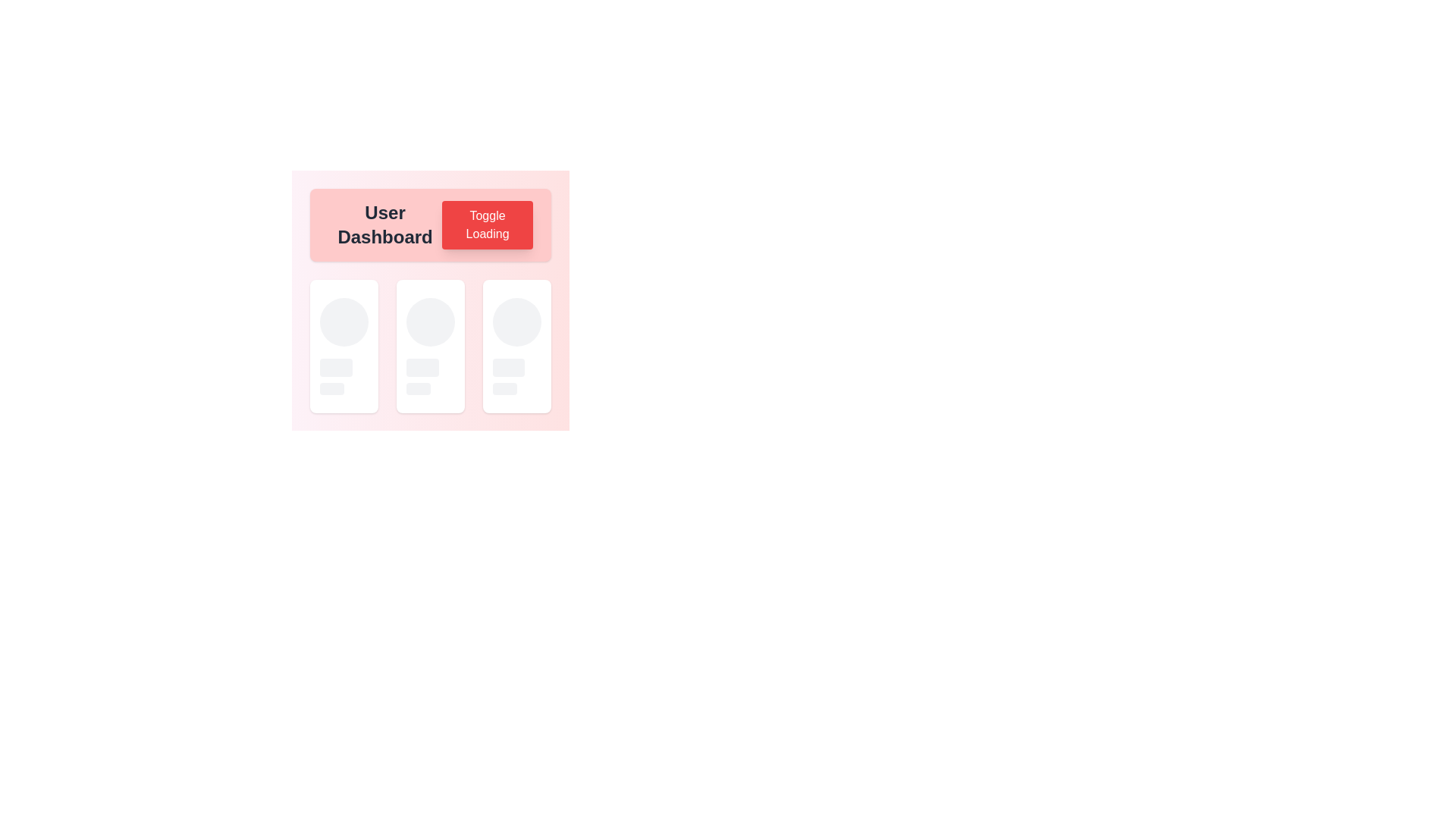  I want to click on the Placeholder Card, which is the first card in a row of three cards in a grid layout, located on the leftmost side, so click(344, 346).